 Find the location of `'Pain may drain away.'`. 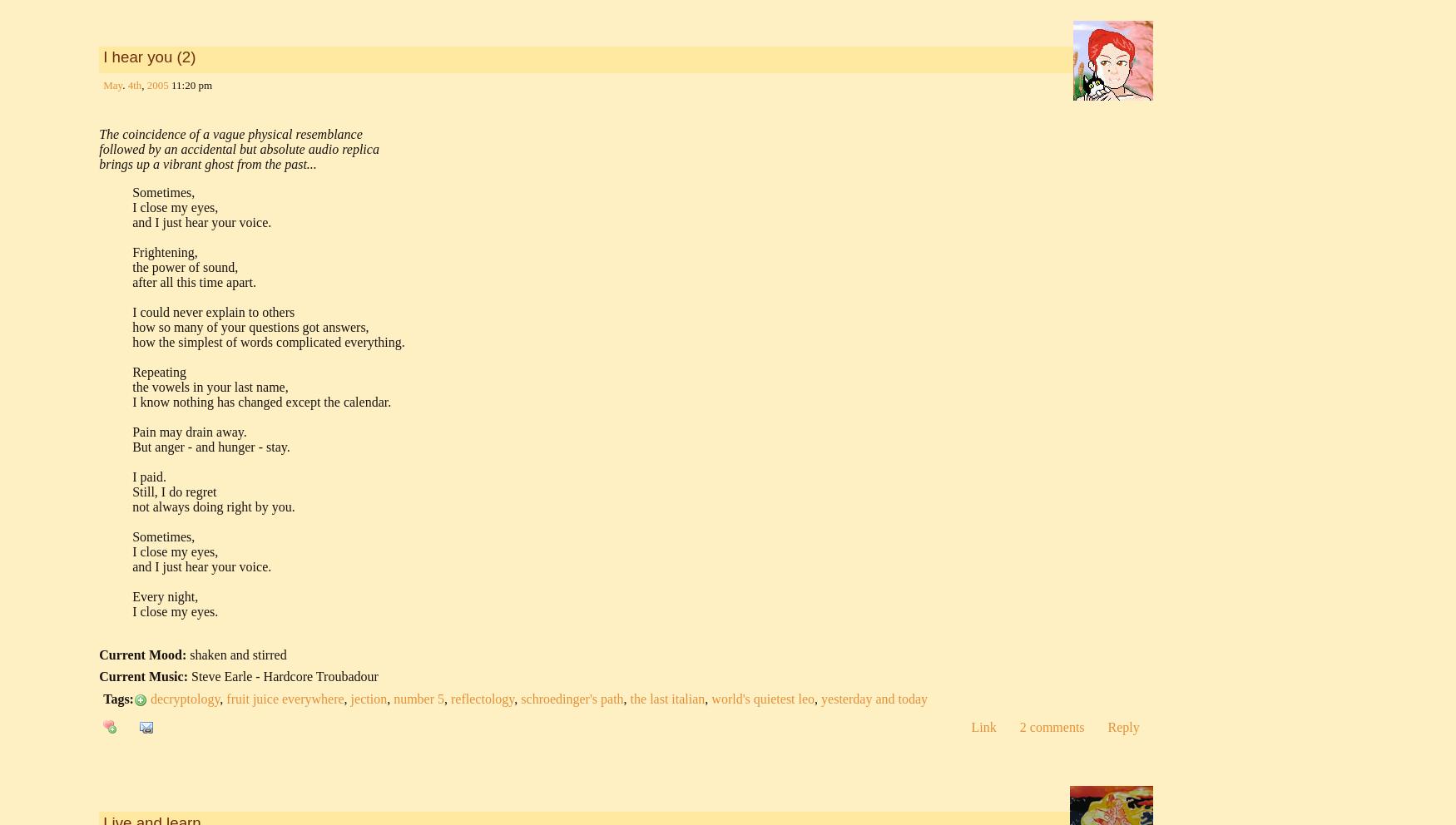

'Pain may drain away.' is located at coordinates (189, 431).